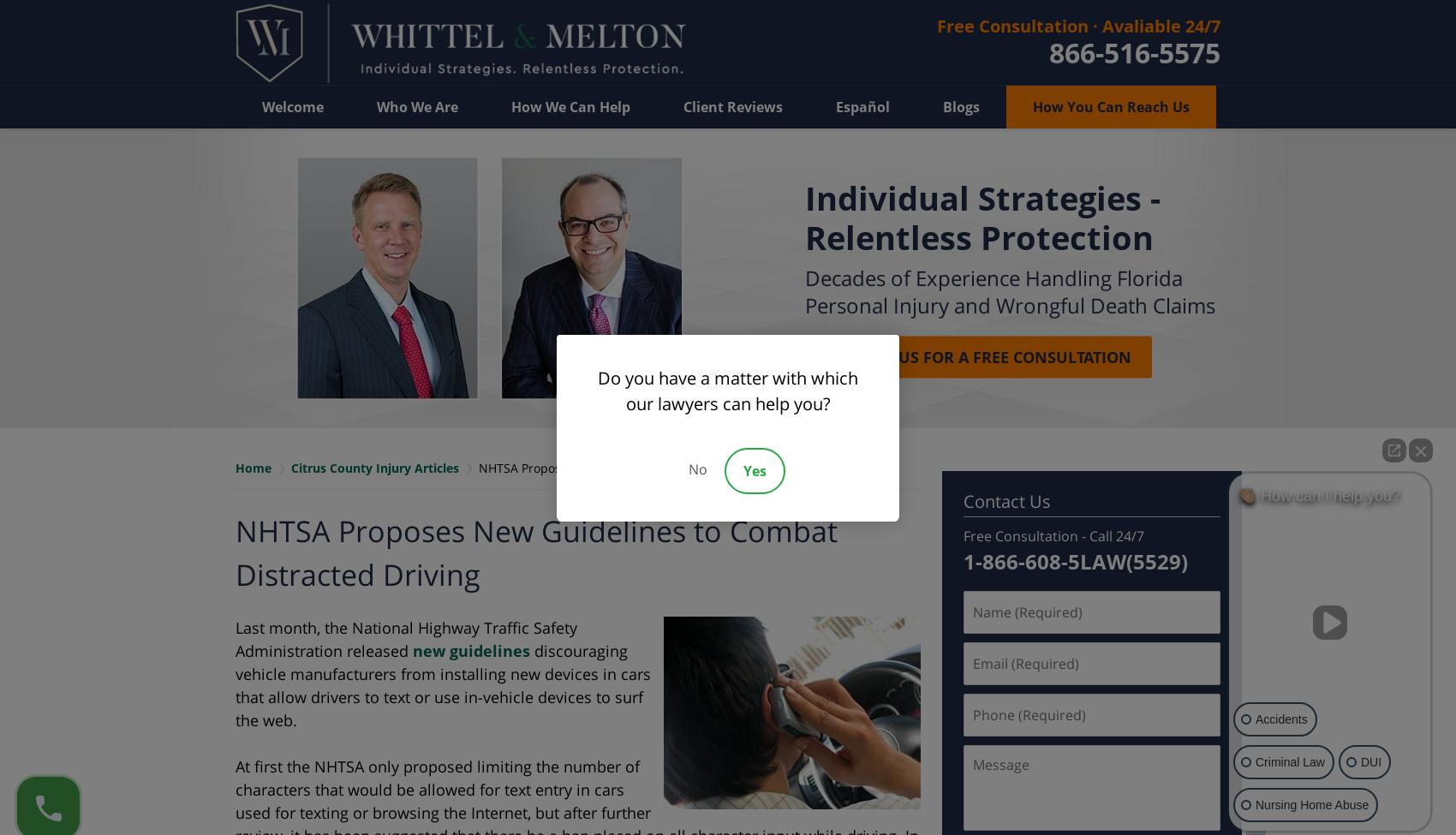 The width and height of the screenshot is (1456, 835). Describe the element at coordinates (1319, 494) in the screenshot. I see `'👋🏼 How can I help you?'` at that location.